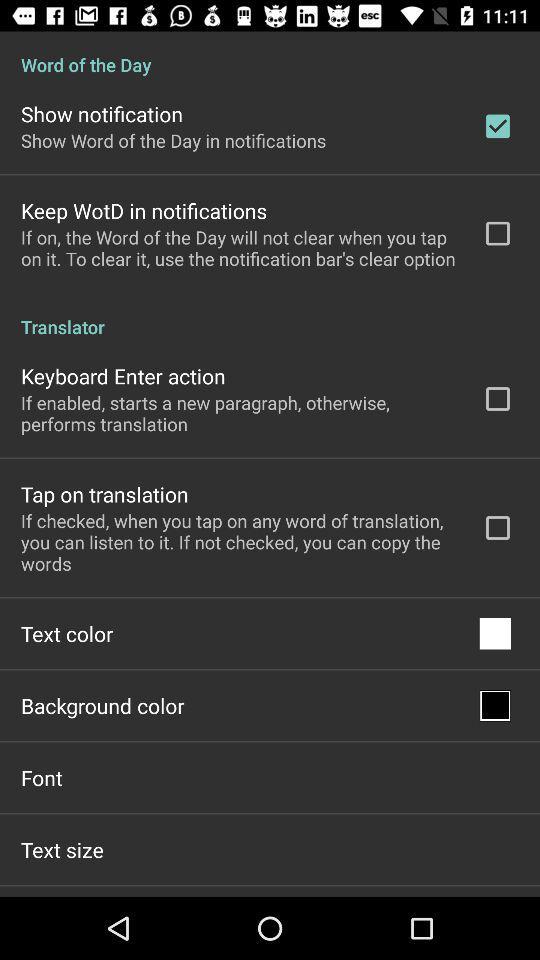 Image resolution: width=540 pixels, height=960 pixels. Describe the element at coordinates (123, 375) in the screenshot. I see `the keyboard enter action` at that location.